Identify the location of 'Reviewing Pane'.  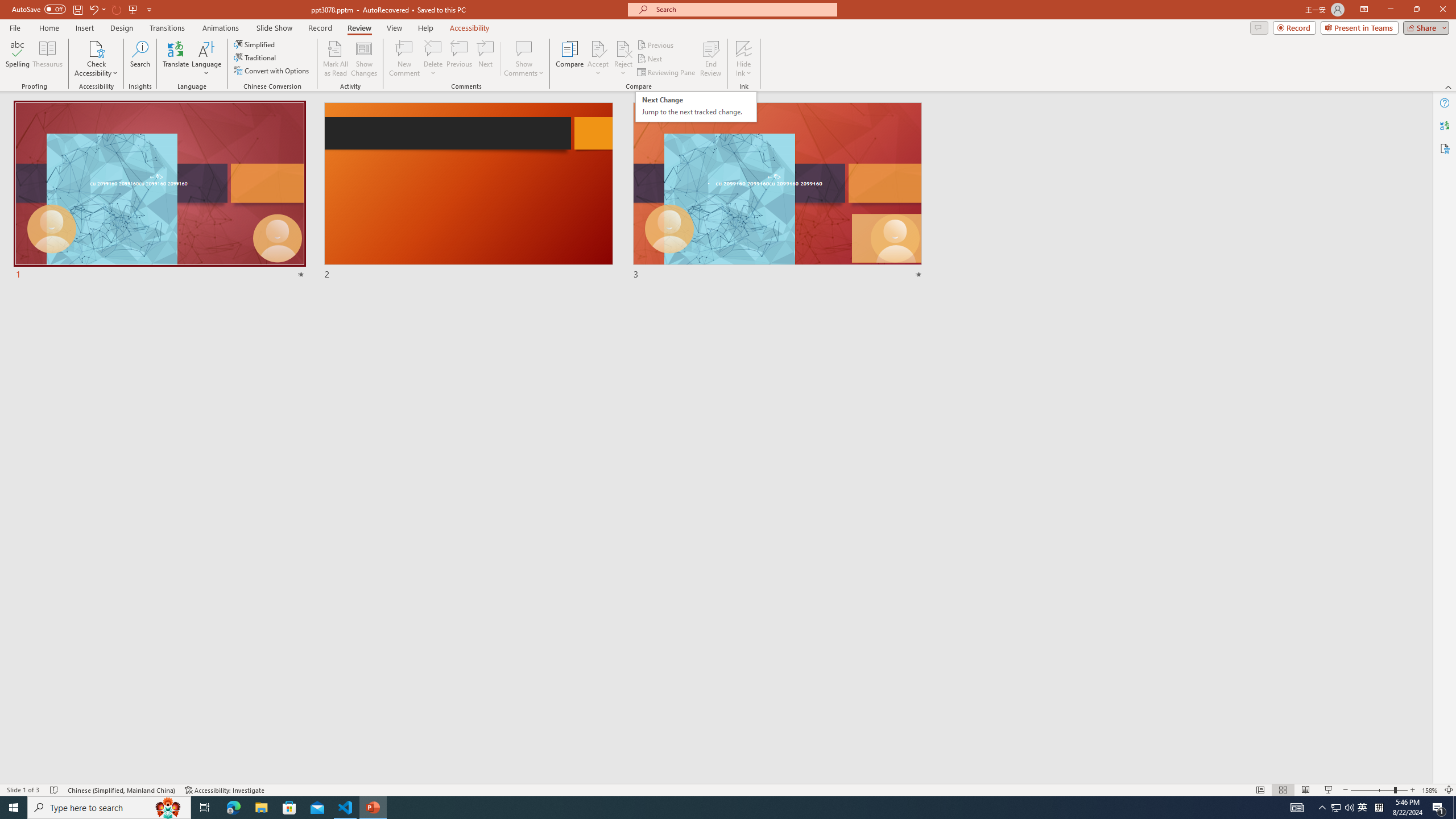
(666, 72).